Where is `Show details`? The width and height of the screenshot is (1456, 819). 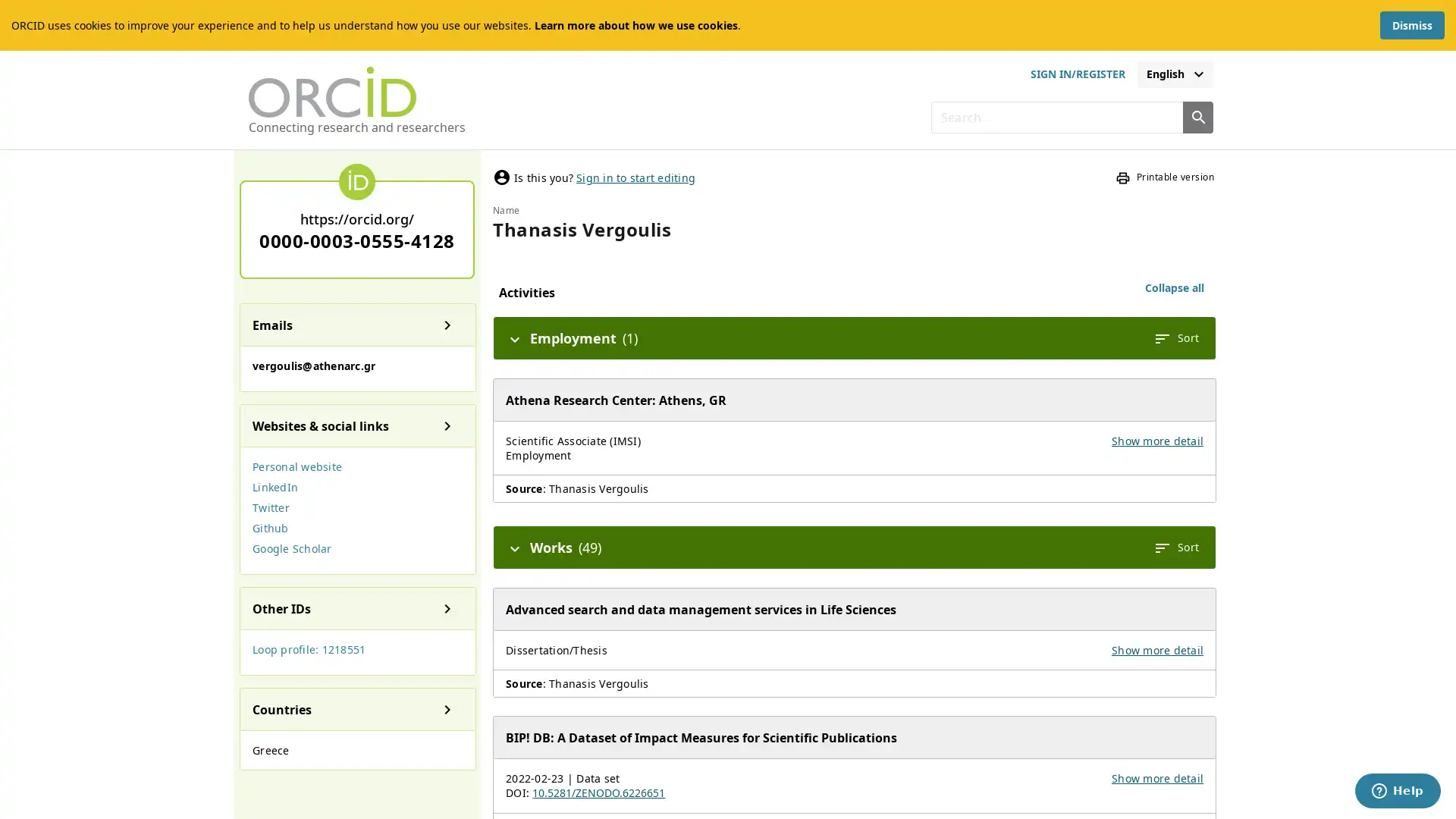
Show details is located at coordinates (447, 425).